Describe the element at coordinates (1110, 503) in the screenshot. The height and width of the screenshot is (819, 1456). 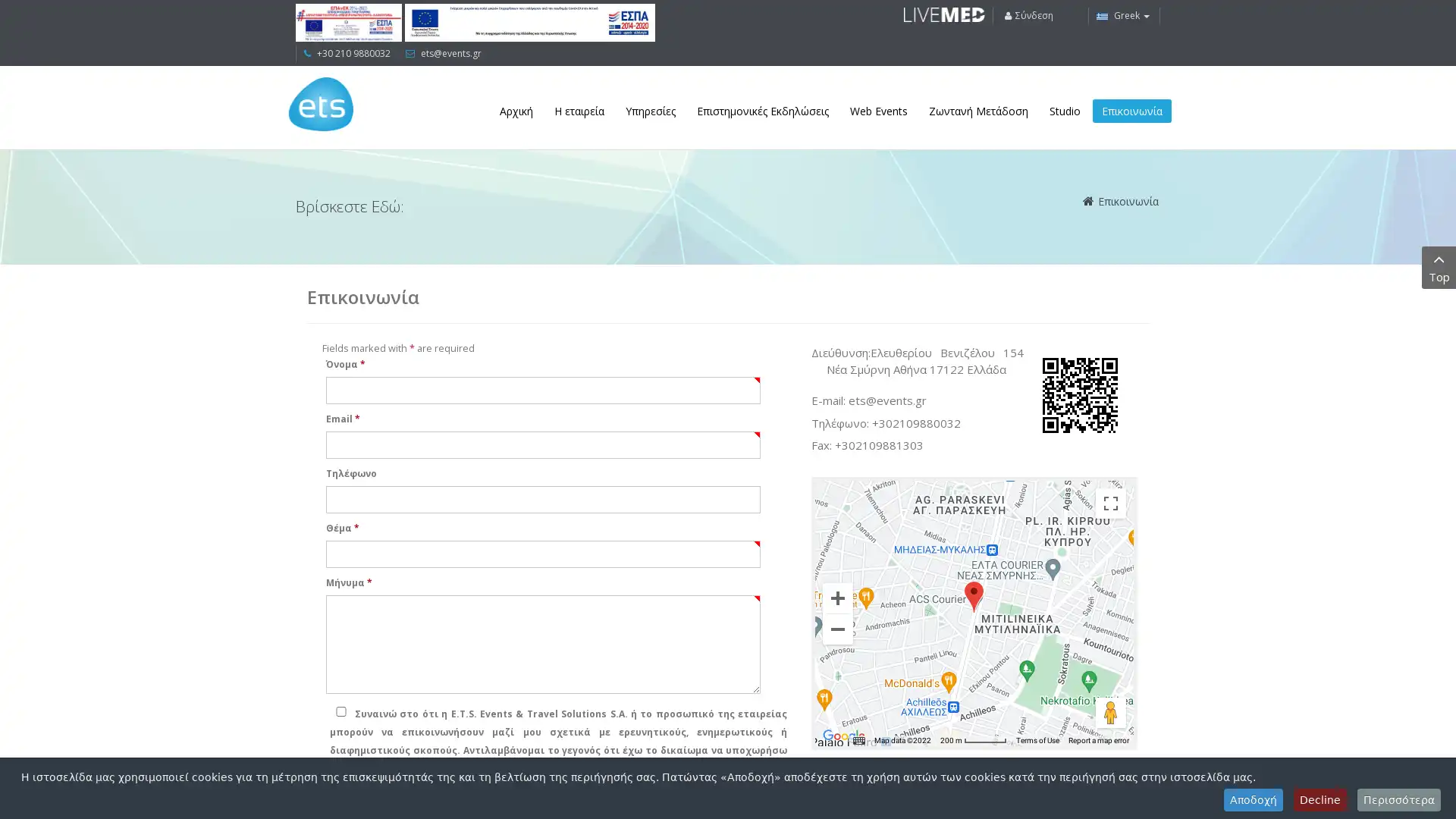
I see `Toggle fullscreen view` at that location.